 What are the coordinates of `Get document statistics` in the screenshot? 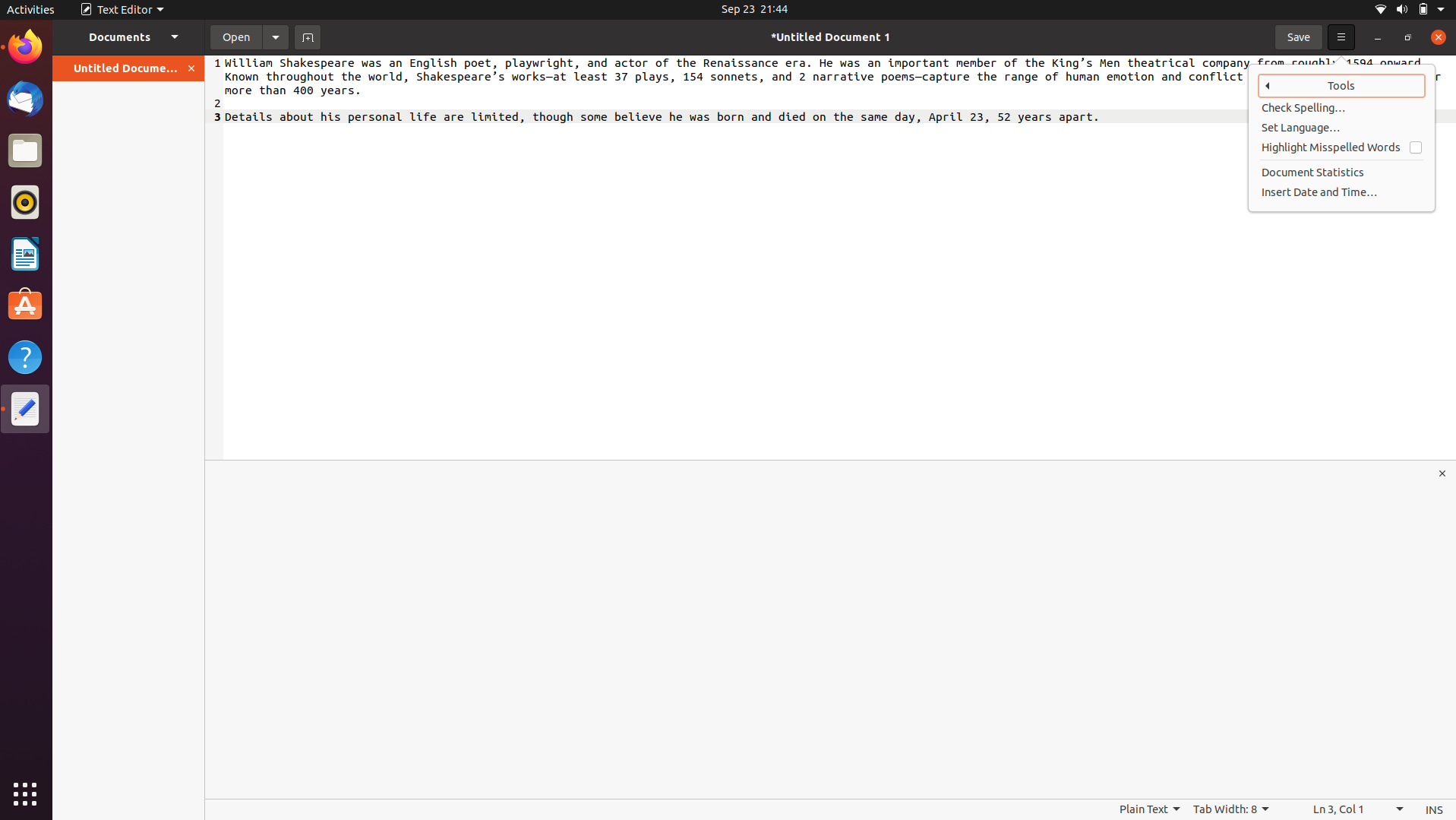 It's located at (1341, 170).